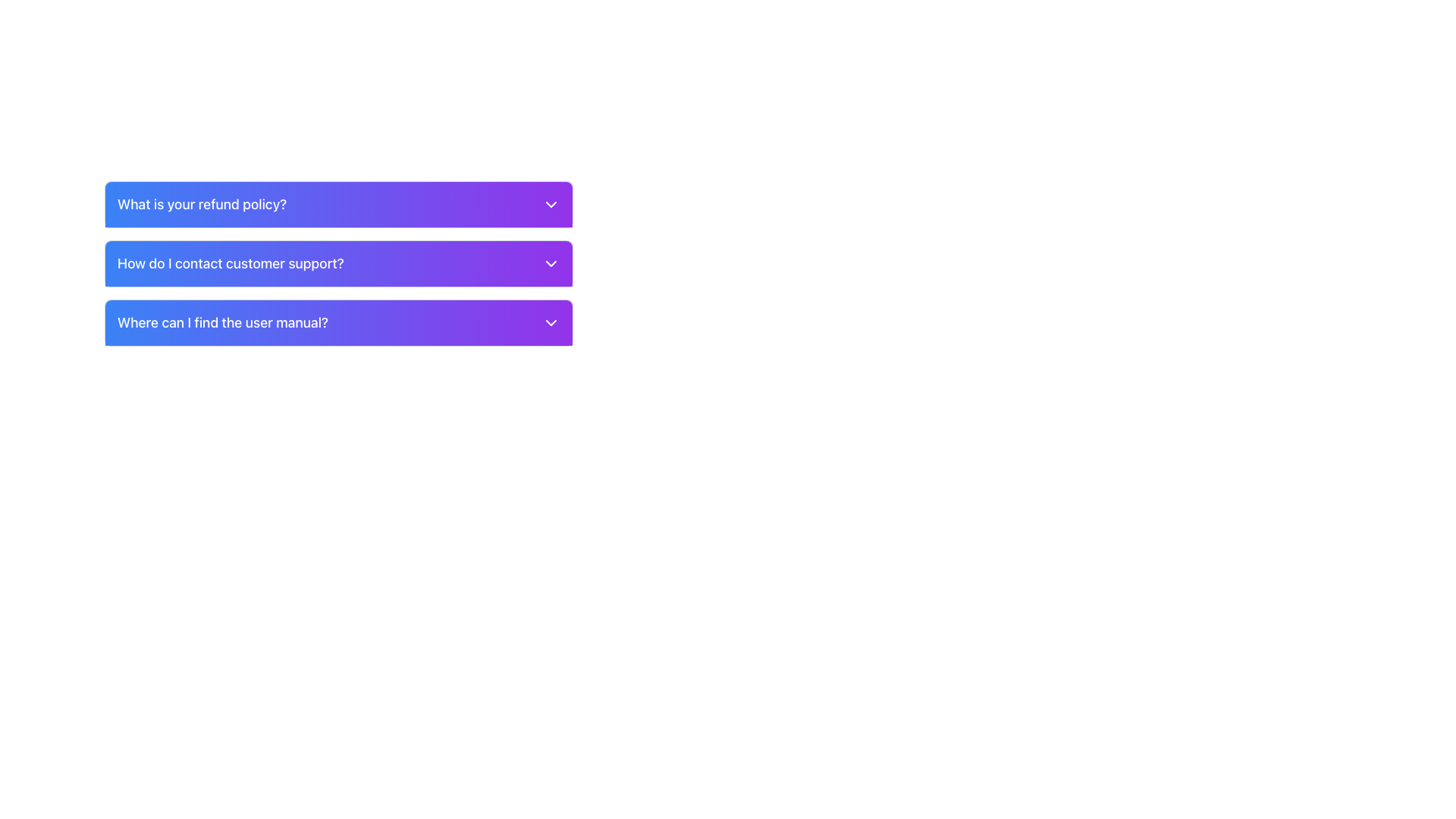 The height and width of the screenshot is (819, 1456). What do you see at coordinates (201, 205) in the screenshot?
I see `the text label stating 'What is your refund policy?' which is styled in large bold white font on a gradient blue and purple background` at bounding box center [201, 205].